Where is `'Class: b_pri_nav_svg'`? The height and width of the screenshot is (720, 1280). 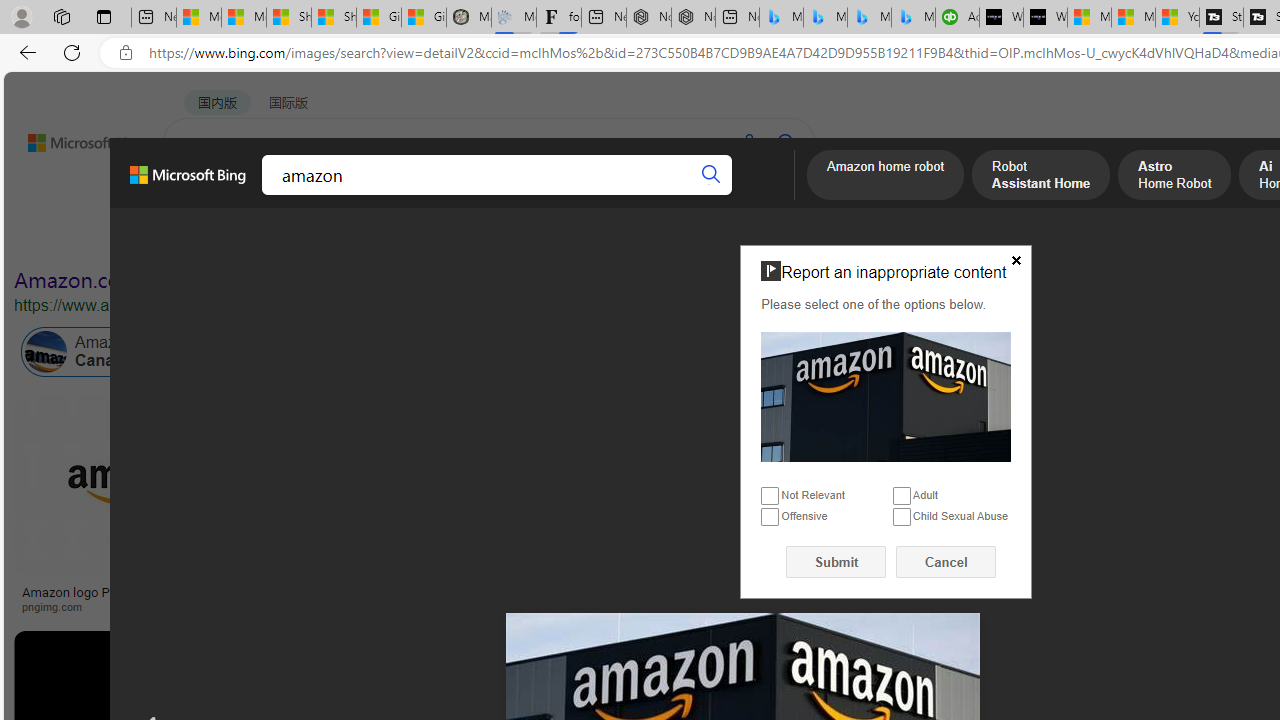
'Class: b_pri_nav_svg' is located at coordinates (337, 197).